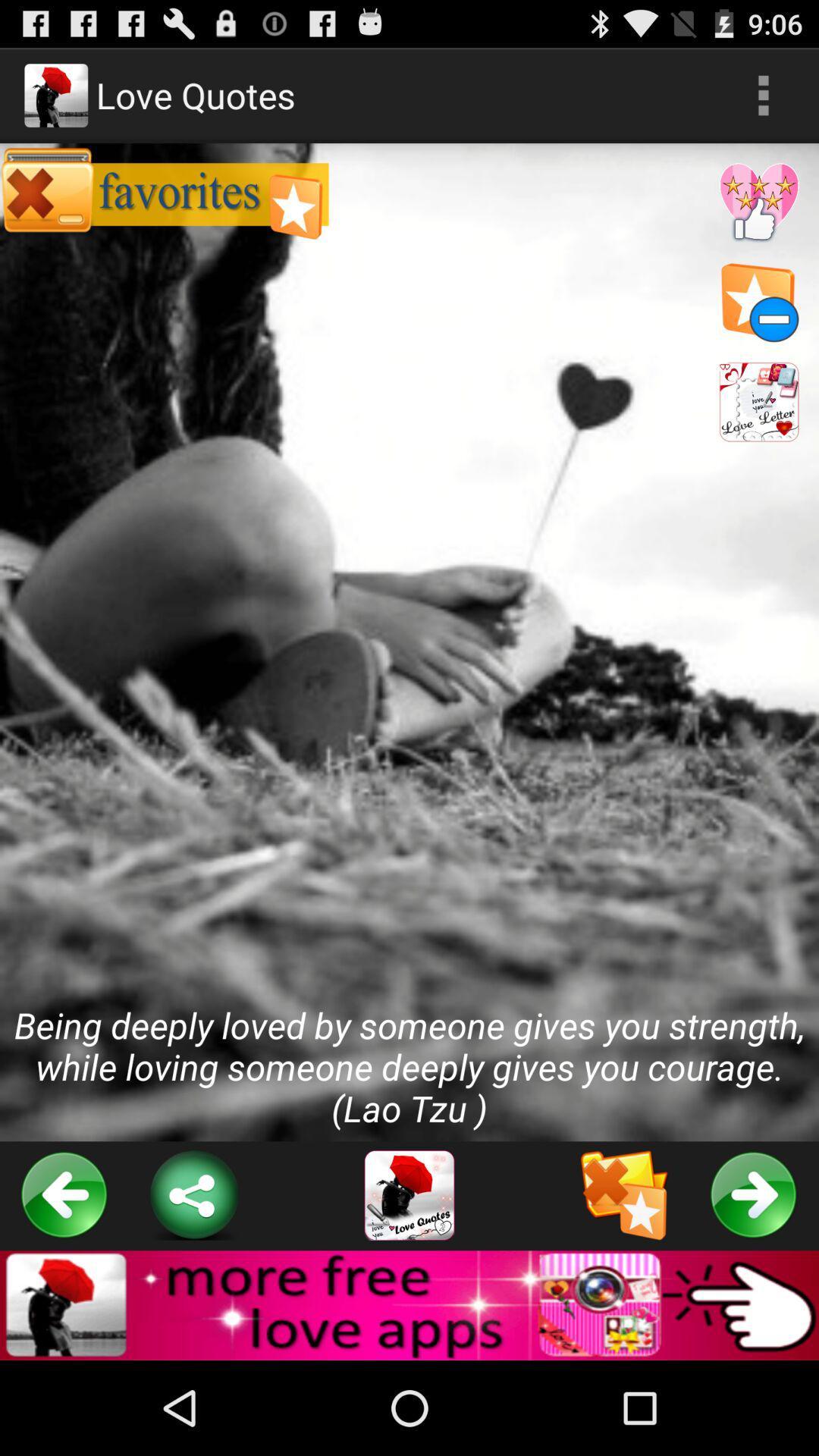 This screenshot has height=1456, width=819. I want to click on icon below being deeply loved icon, so click(64, 1194).